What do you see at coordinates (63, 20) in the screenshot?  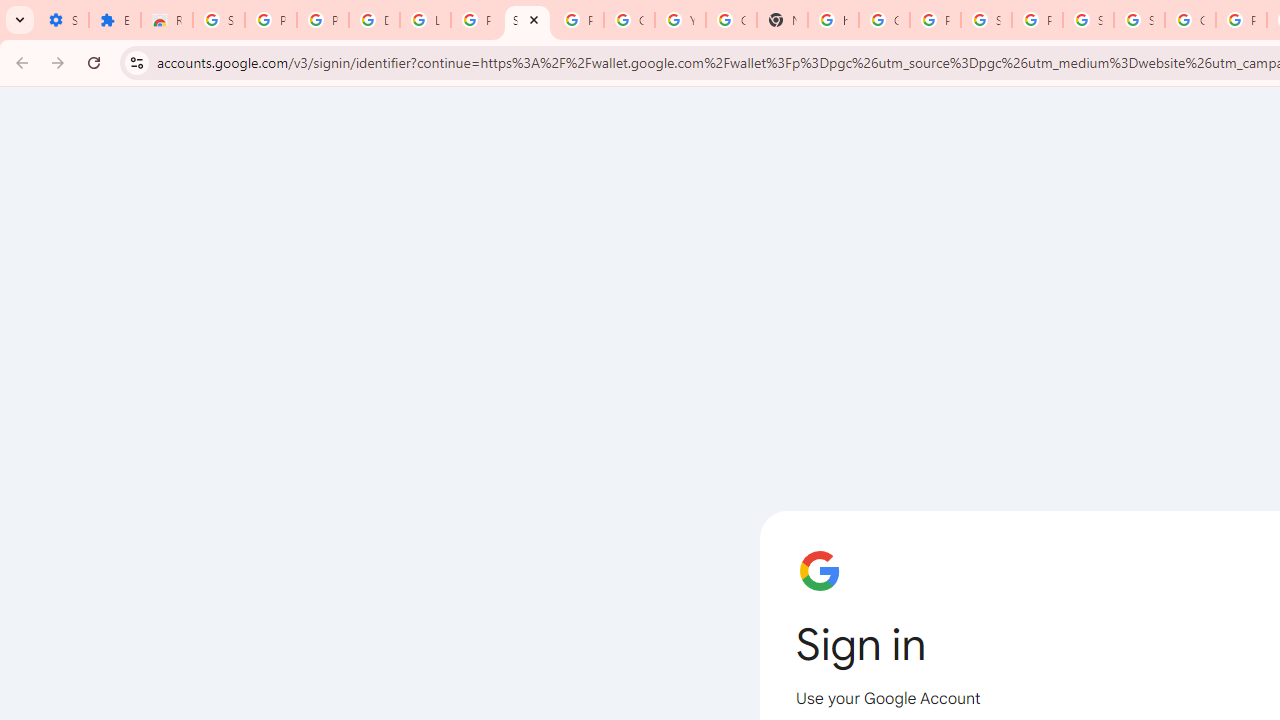 I see `'Settings - On startup'` at bounding box center [63, 20].